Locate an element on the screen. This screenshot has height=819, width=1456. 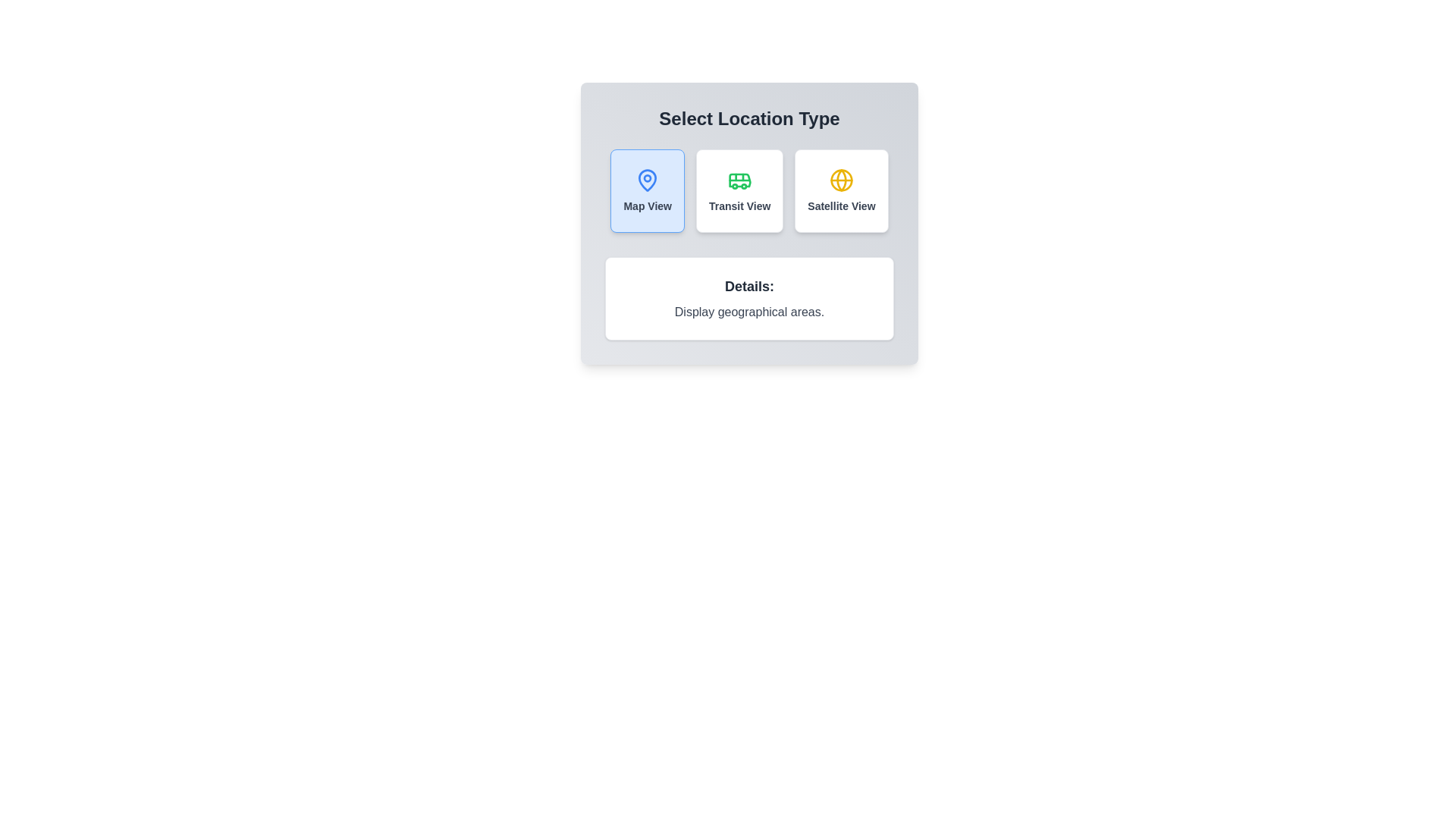
the blue map pin icon located in the 'Map View' section under 'Select Location Type' is located at coordinates (648, 178).